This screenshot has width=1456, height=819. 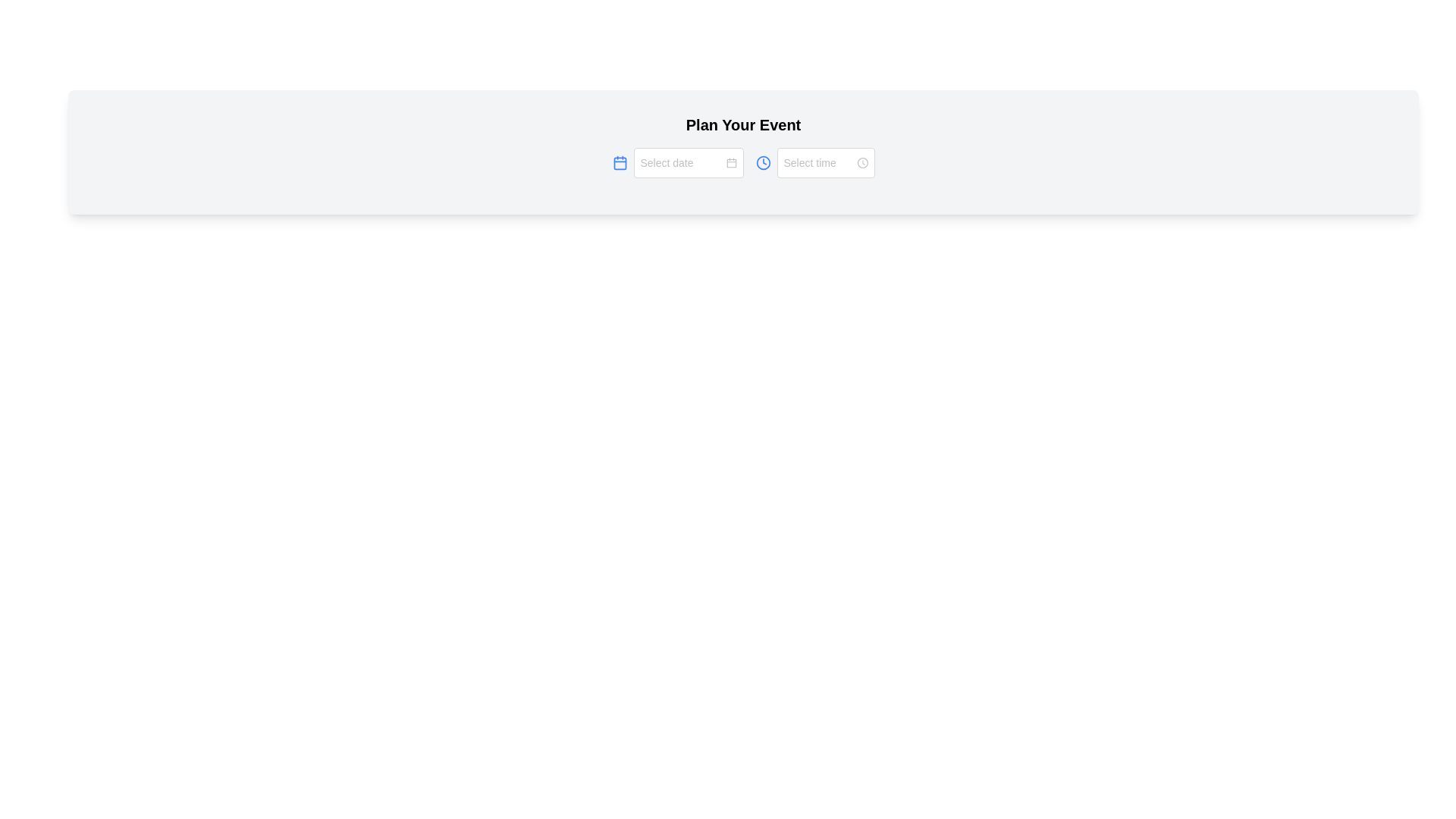 I want to click on the Date picker input field located beneath the heading 'Plan Your Event' to focus and open the date picker, so click(x=687, y=163).